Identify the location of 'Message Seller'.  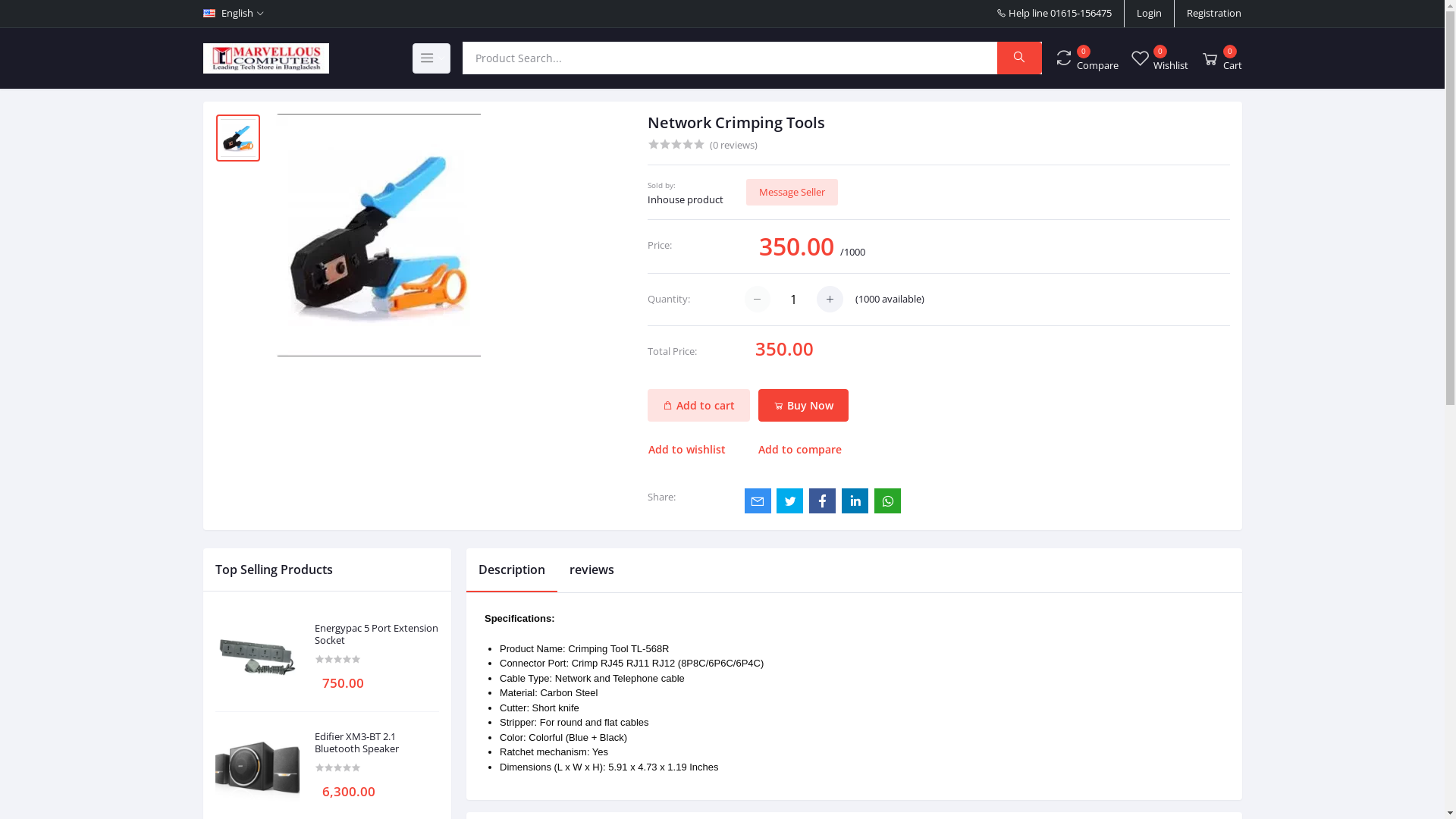
(745, 191).